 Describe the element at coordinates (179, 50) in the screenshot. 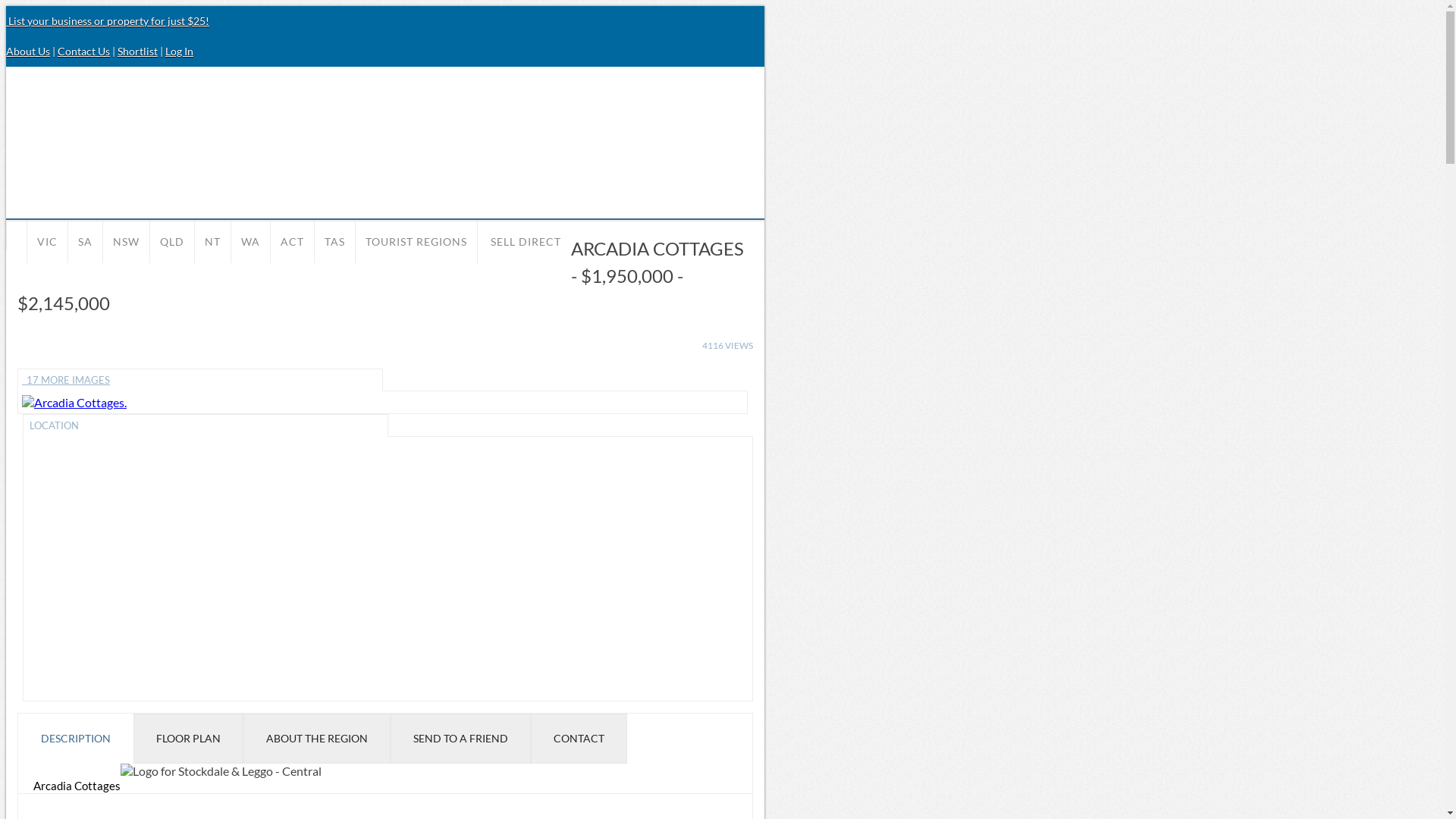

I see `'Log In'` at that location.